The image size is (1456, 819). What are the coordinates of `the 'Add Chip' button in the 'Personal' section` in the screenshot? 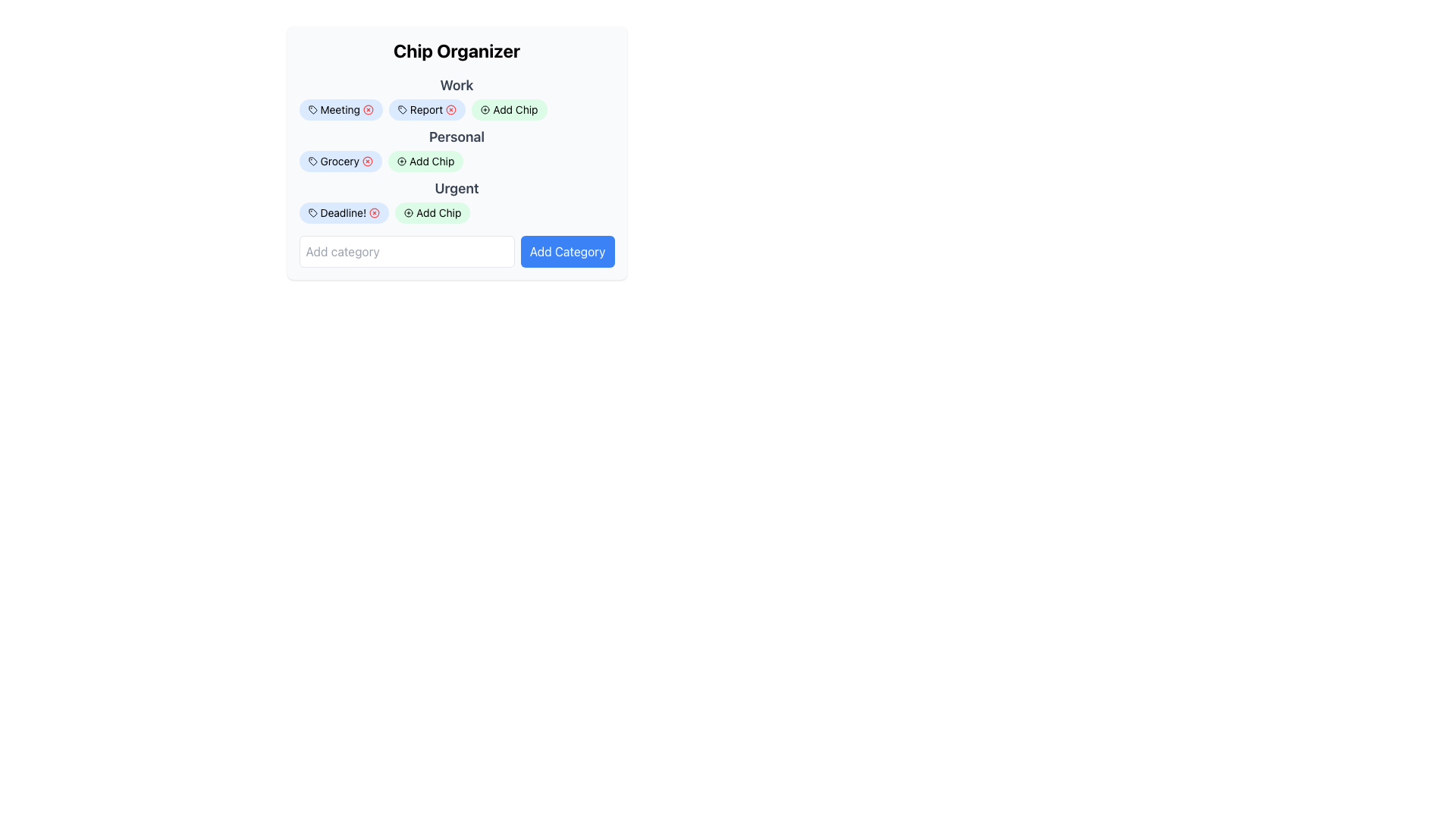 It's located at (456, 152).